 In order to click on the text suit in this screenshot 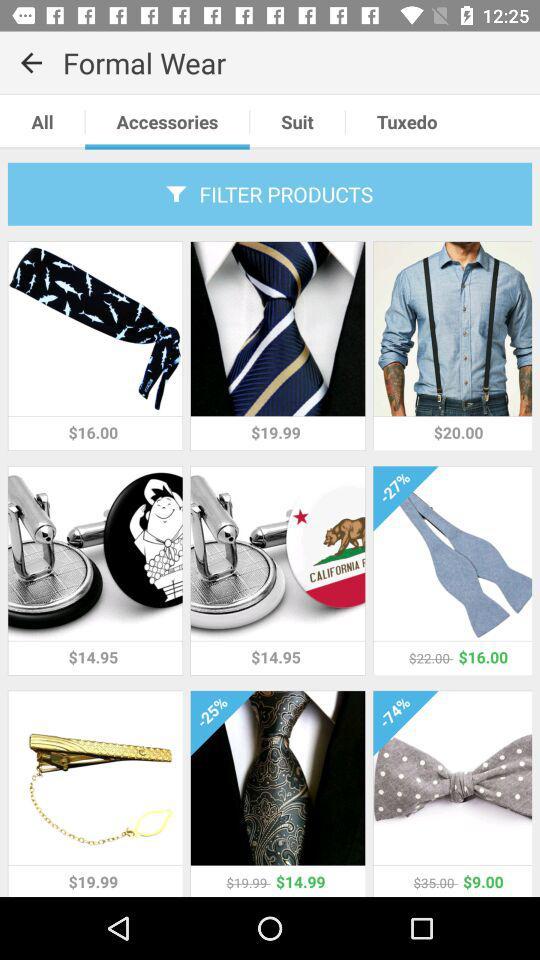, I will do `click(296, 121)`.